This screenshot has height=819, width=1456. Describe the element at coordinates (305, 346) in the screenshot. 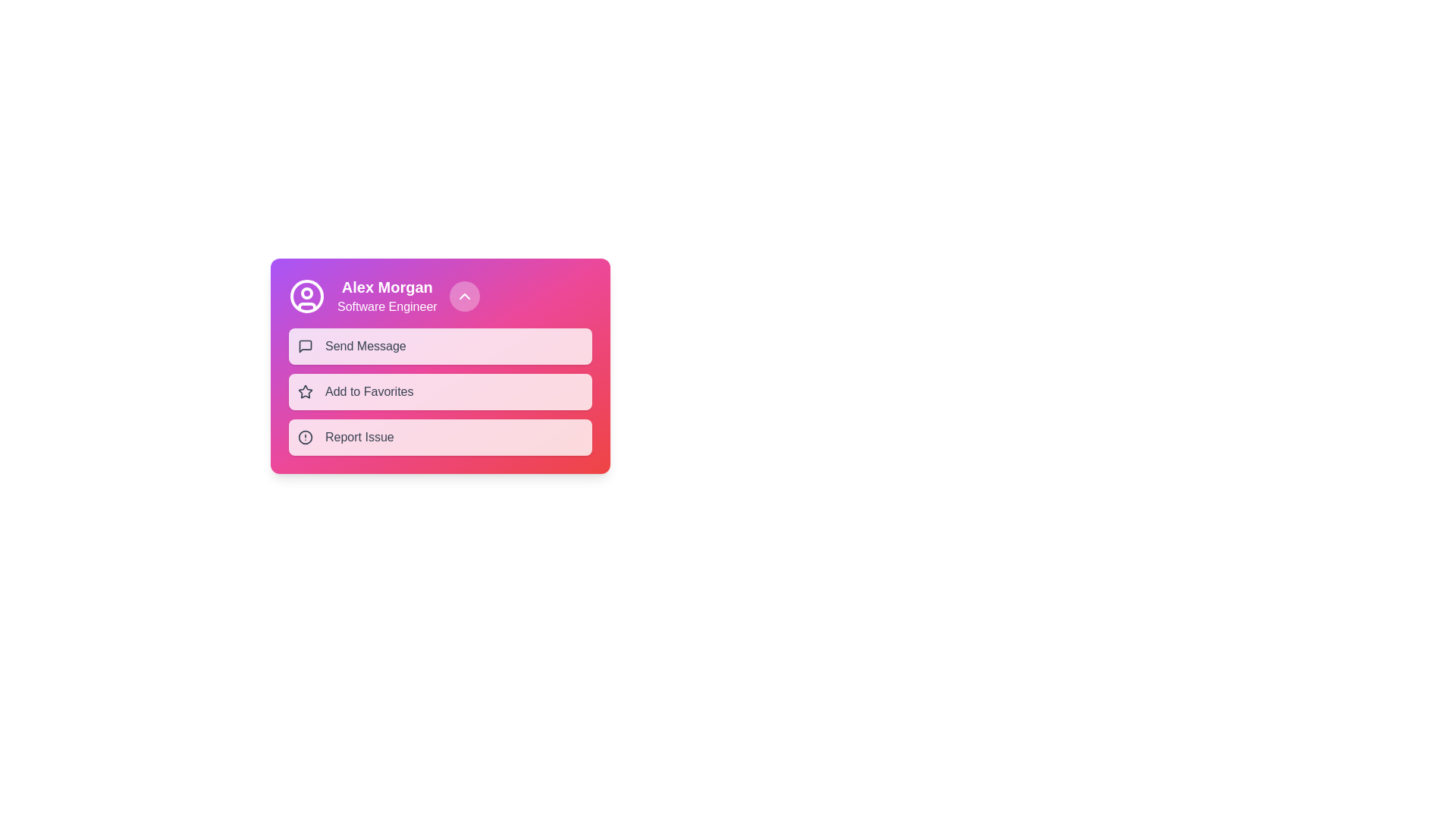

I see `the message sending icon located immediately to the left of the 'Send Message' text, which is part of the button labeled 'Send Message.'` at that location.